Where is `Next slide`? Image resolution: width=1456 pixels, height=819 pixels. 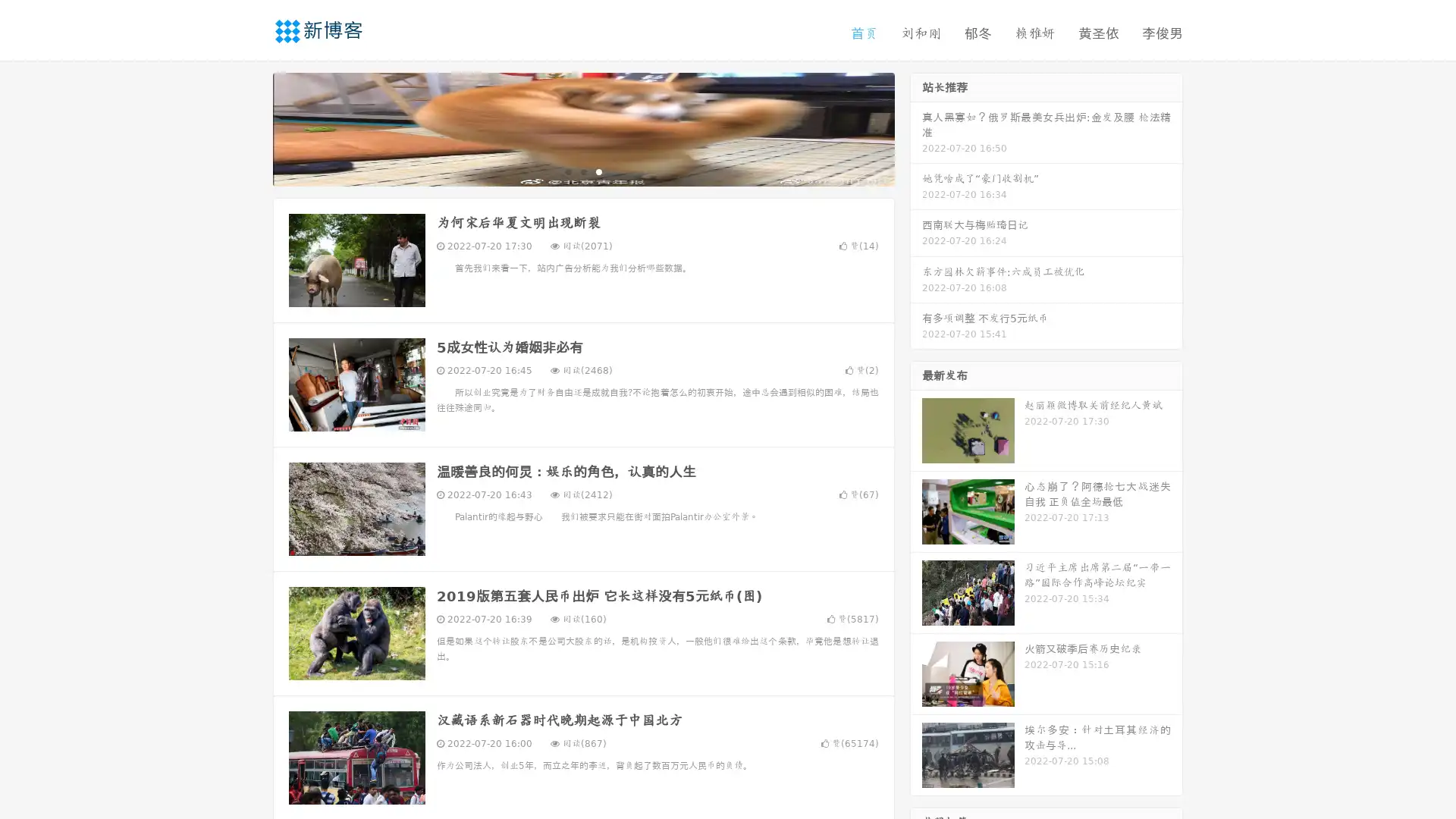
Next slide is located at coordinates (916, 127).